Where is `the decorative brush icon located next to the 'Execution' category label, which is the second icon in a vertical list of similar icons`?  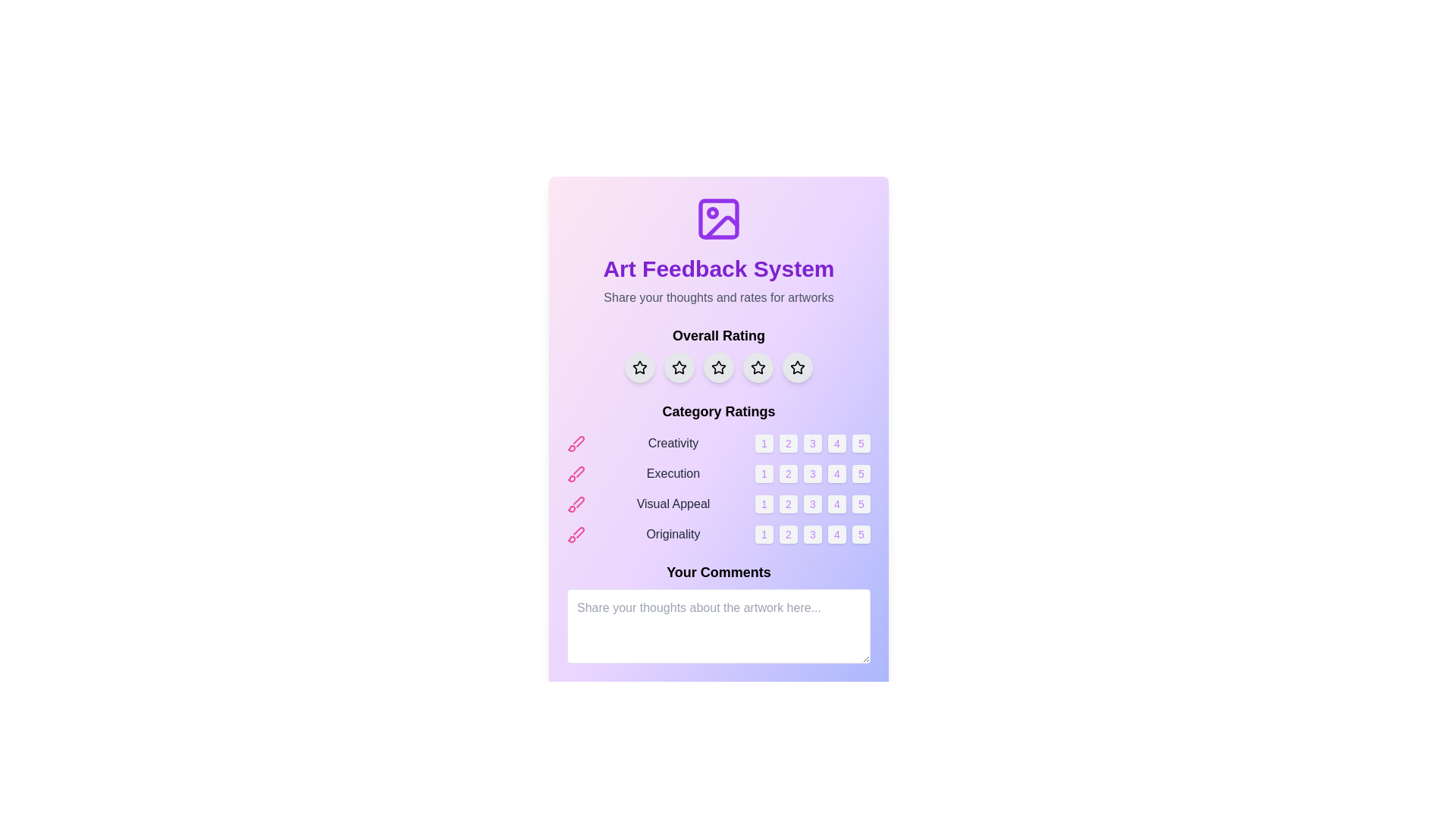 the decorative brush icon located next to the 'Execution' category label, which is the second icon in a vertical list of similar icons is located at coordinates (578, 471).